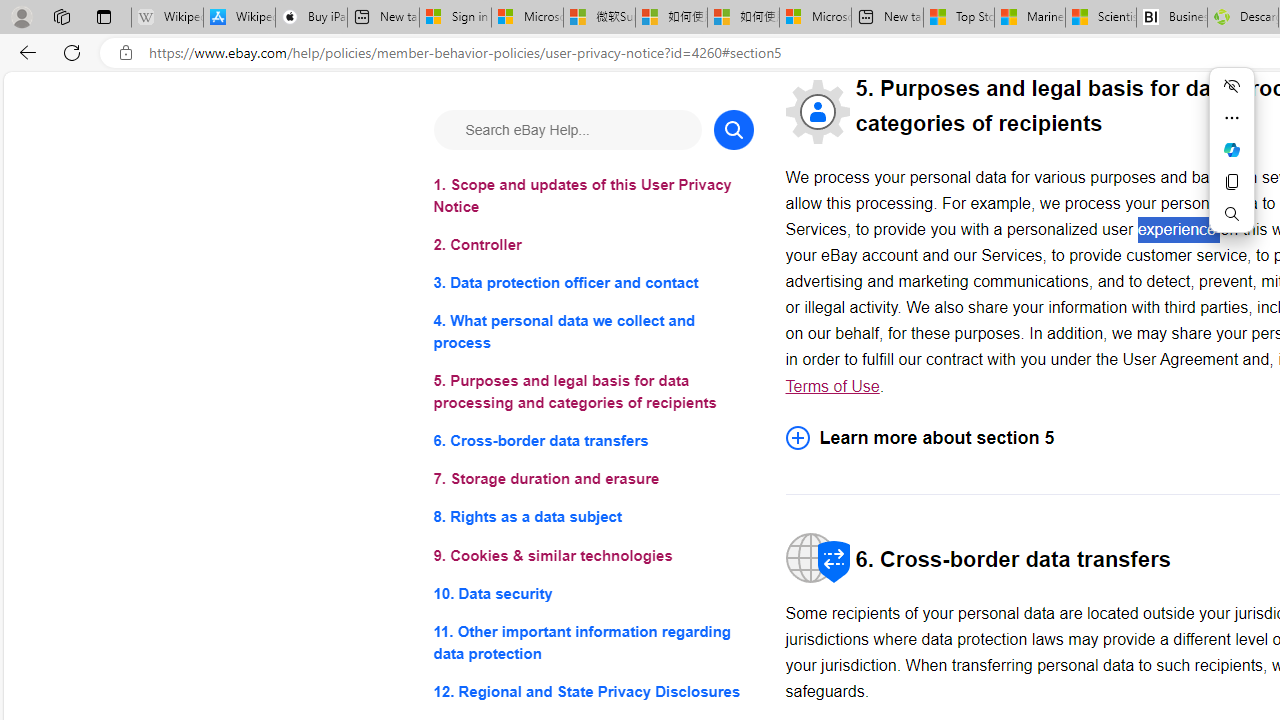 Image resolution: width=1280 pixels, height=720 pixels. I want to click on '11. Other important information regarding data protection', so click(592, 642).